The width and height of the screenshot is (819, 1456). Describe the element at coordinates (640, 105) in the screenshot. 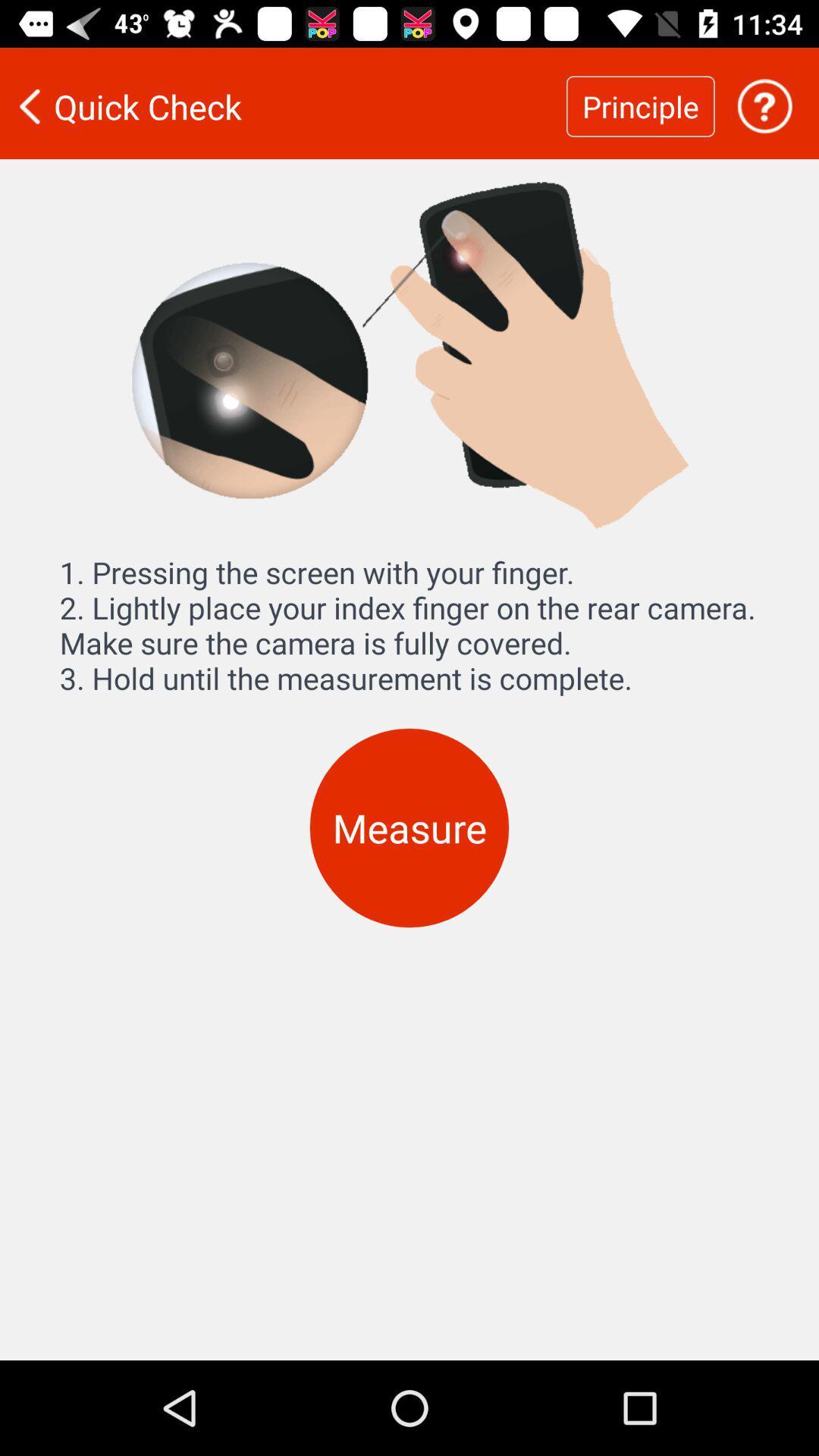

I see `the principle icon` at that location.